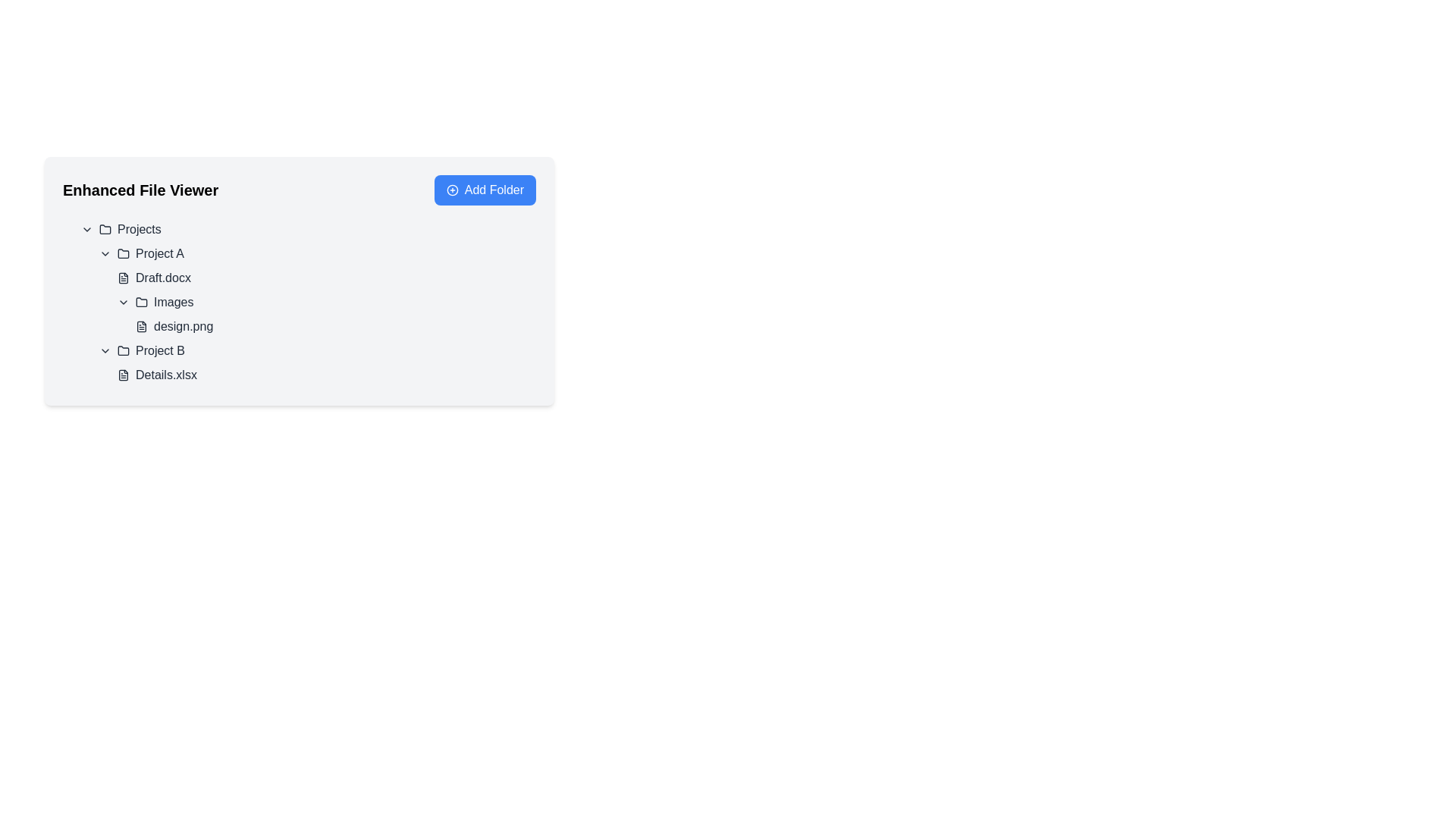  What do you see at coordinates (86, 230) in the screenshot?
I see `the arrow icon located adjacent to the text 'Projects'` at bounding box center [86, 230].